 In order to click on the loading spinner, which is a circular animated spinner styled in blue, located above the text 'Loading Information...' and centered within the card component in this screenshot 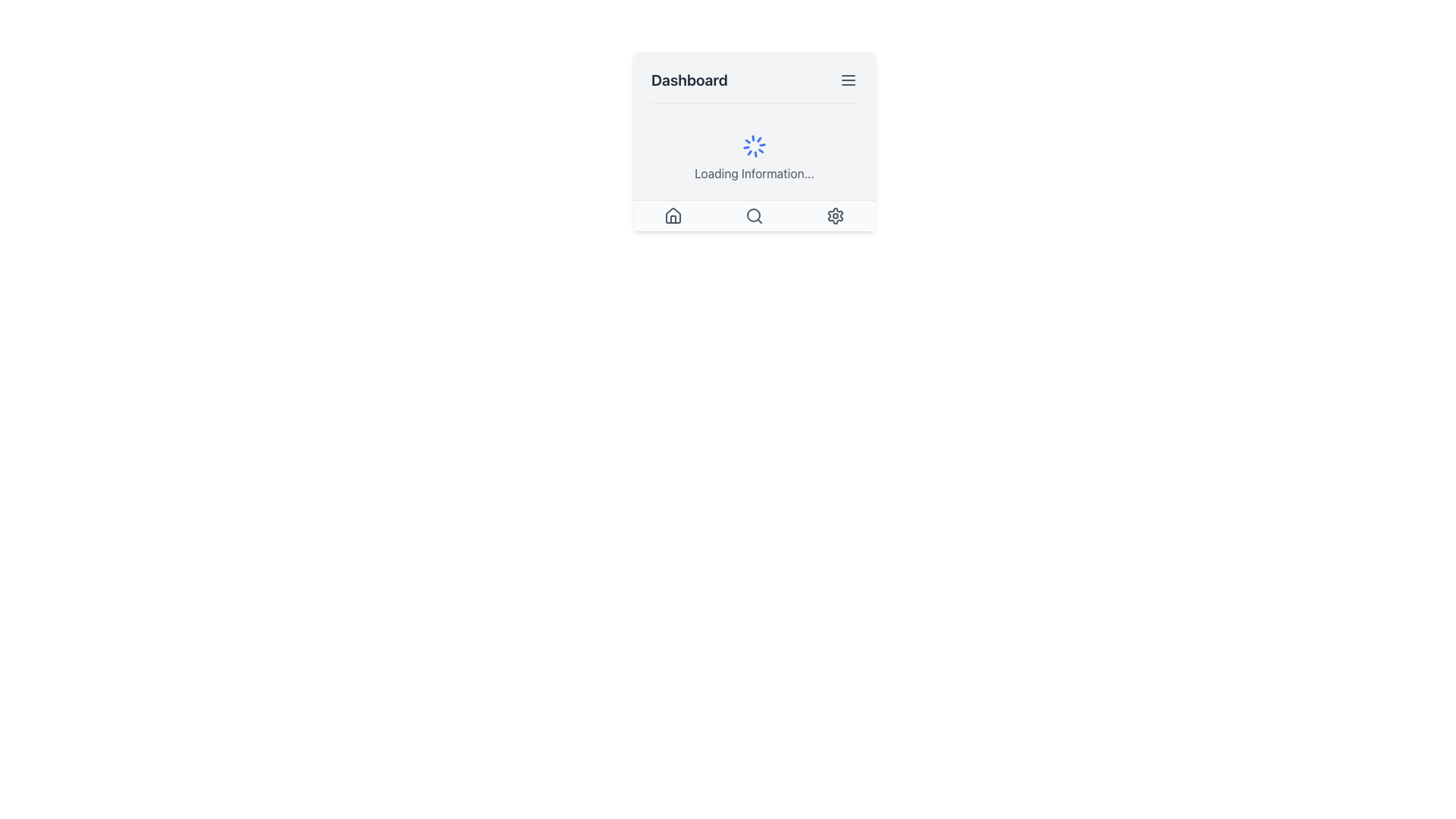, I will do `click(754, 146)`.